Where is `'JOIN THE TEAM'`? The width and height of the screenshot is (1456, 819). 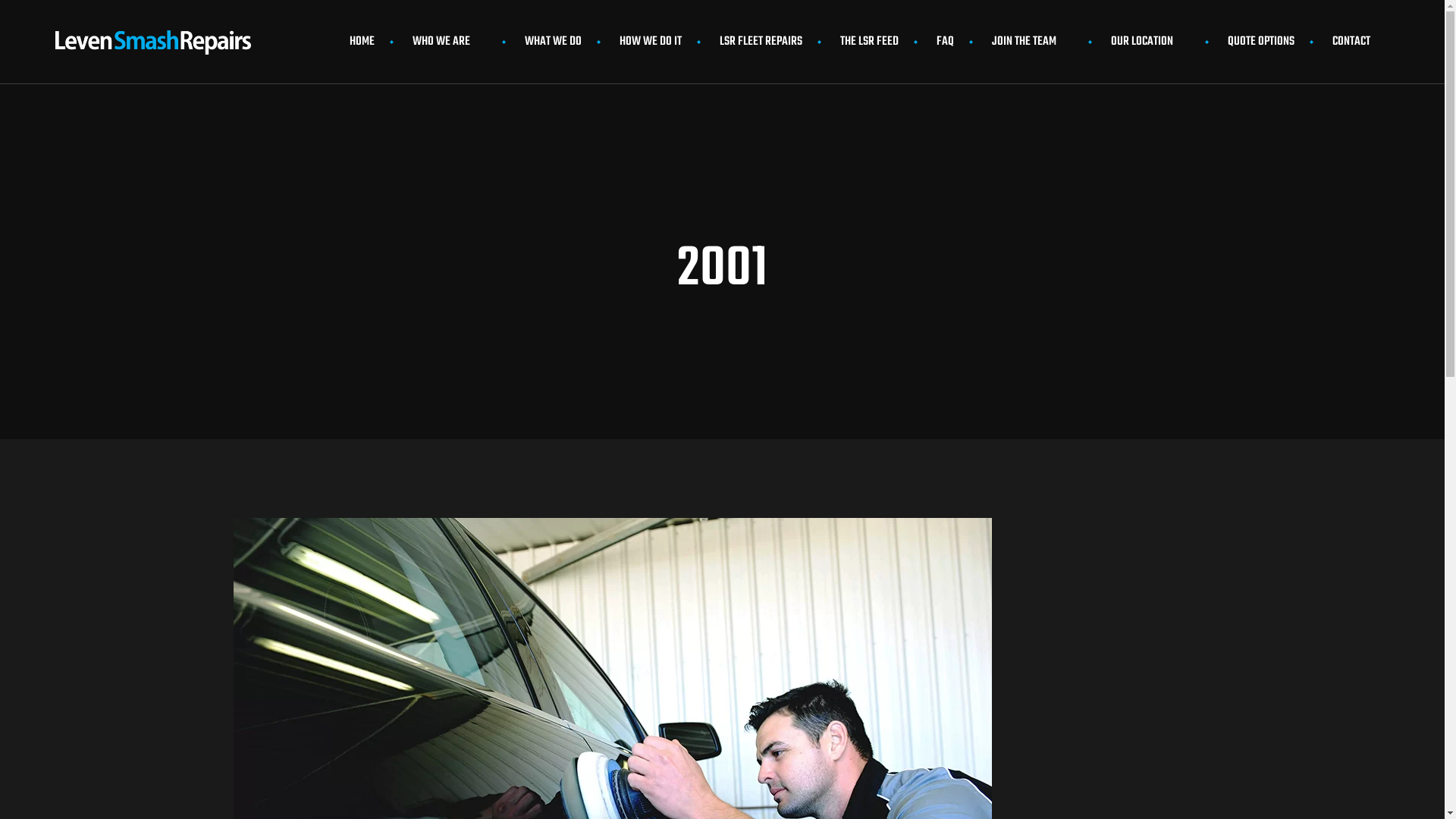
'JOIN THE TEAM' is located at coordinates (1031, 40).